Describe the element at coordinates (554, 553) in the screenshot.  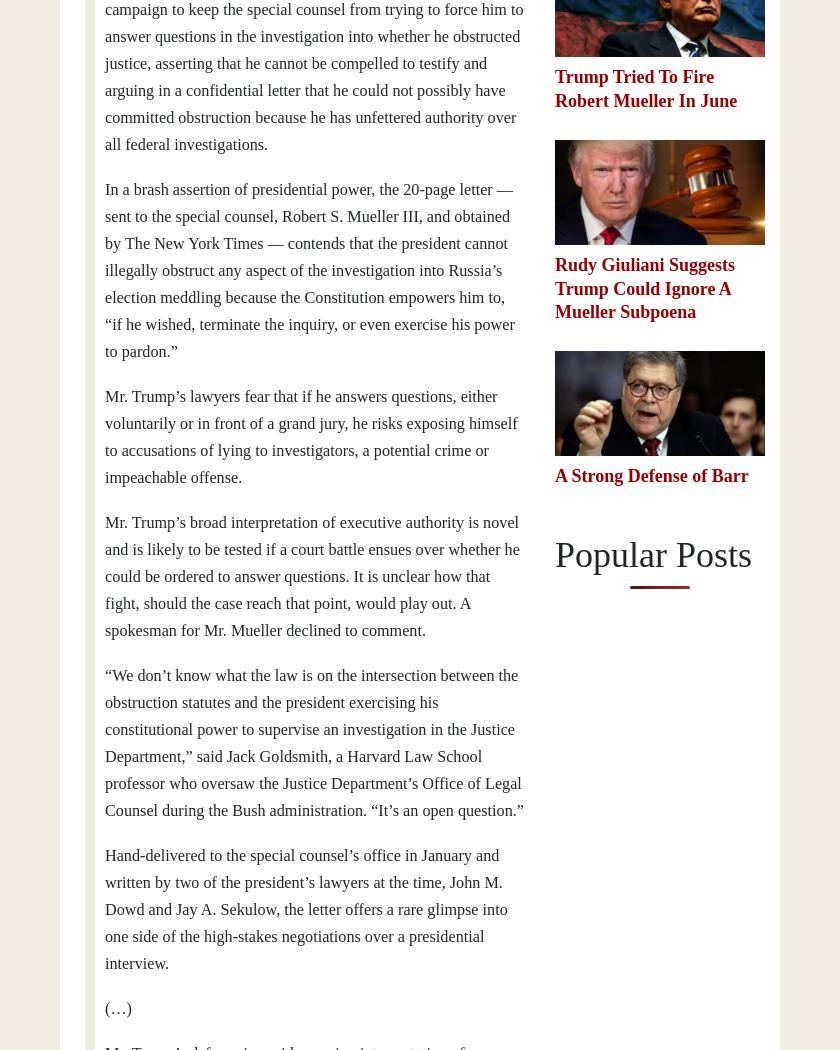
I see `'Popular Posts'` at that location.